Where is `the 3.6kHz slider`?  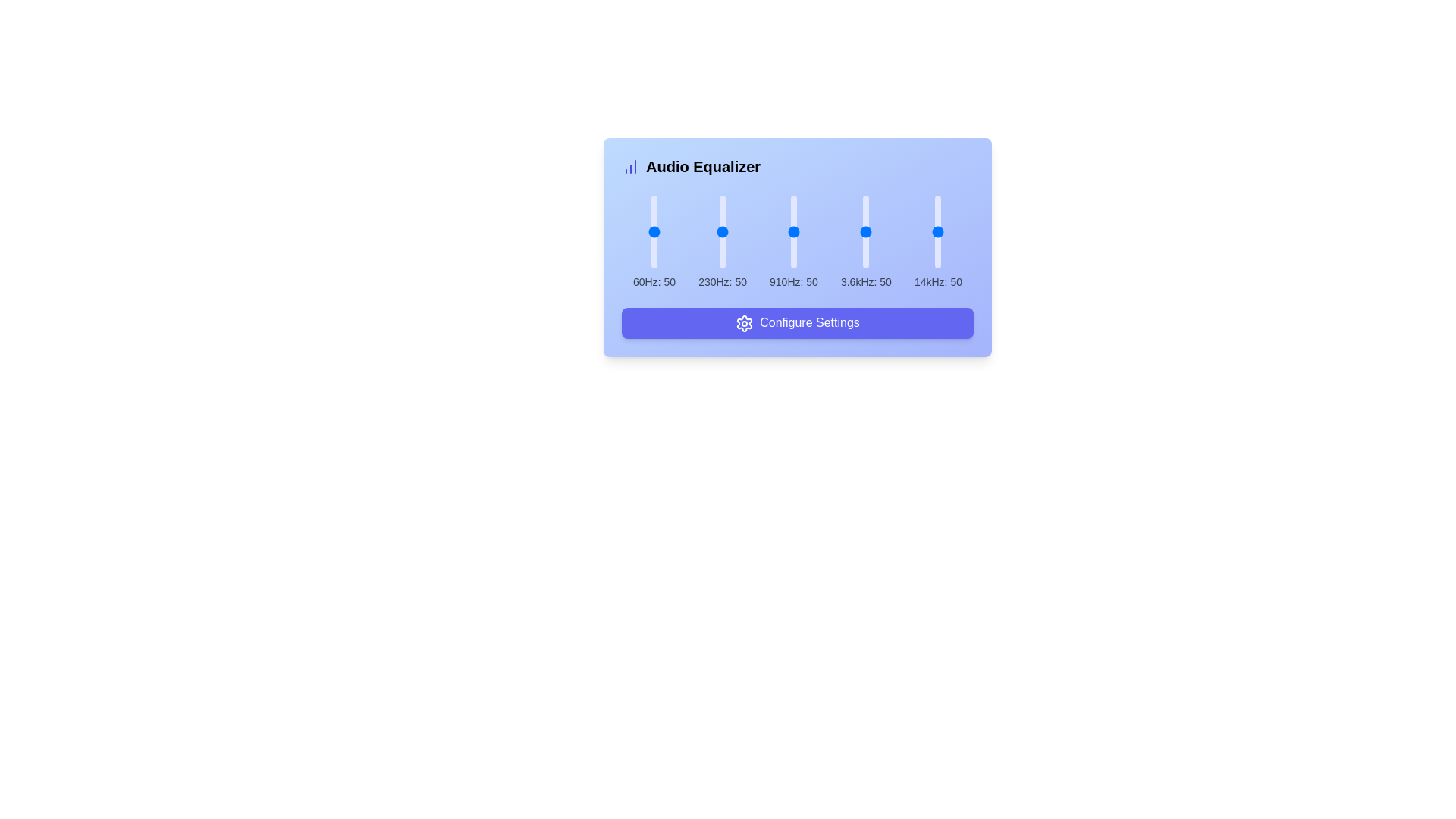
the 3.6kHz slider is located at coordinates (866, 240).